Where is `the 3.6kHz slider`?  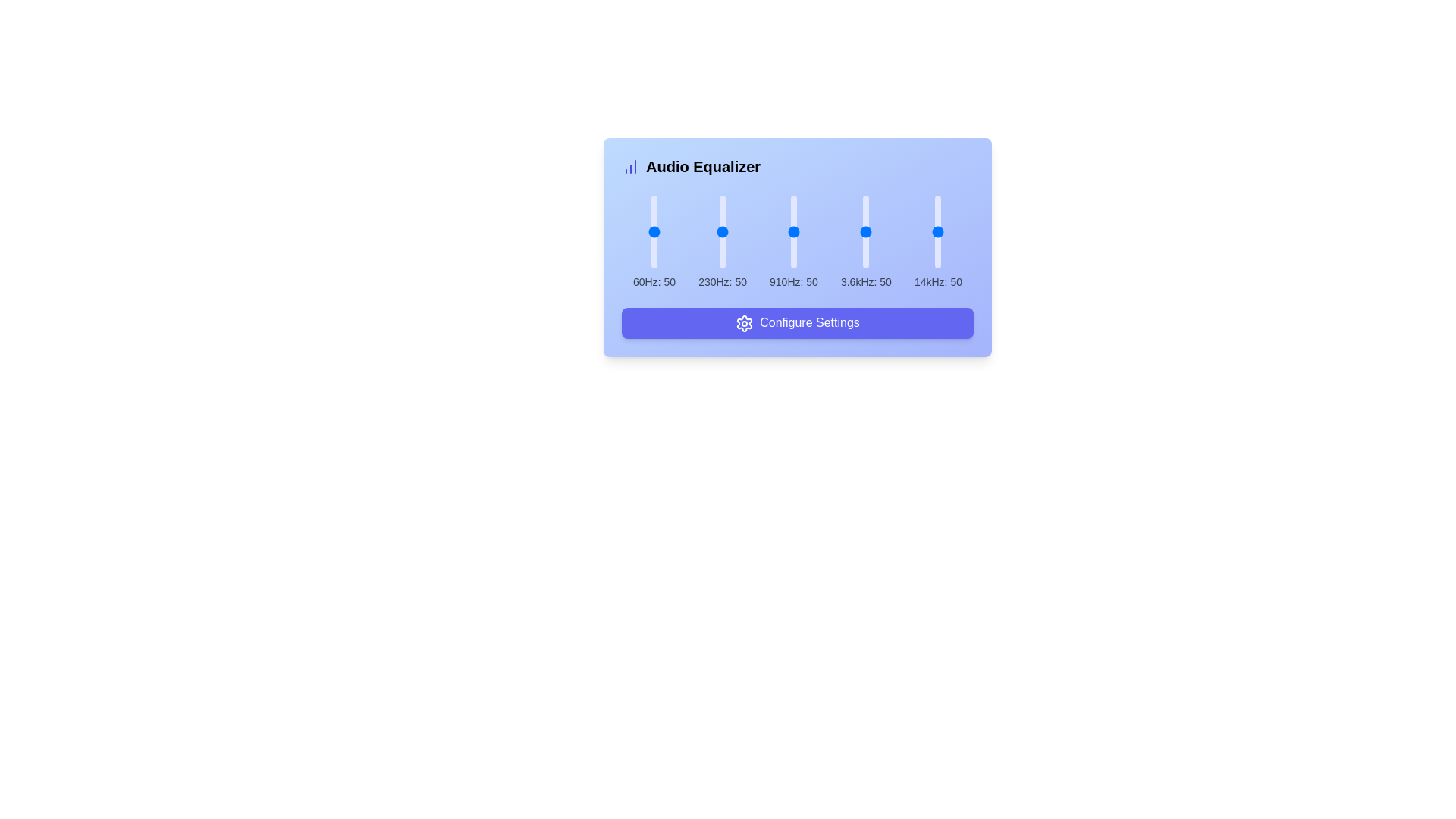
the 3.6kHz slider is located at coordinates (866, 240).